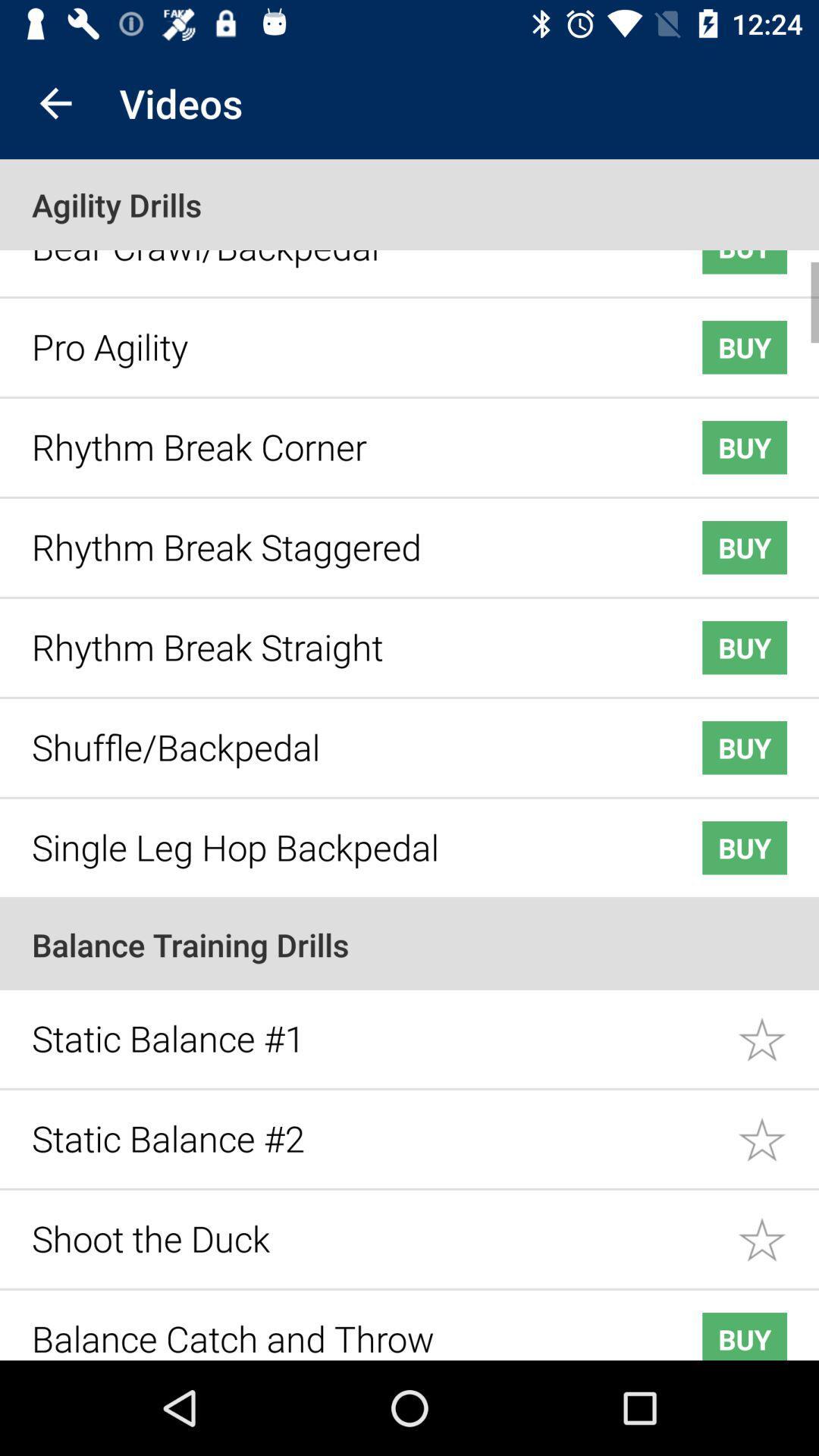  What do you see at coordinates (343, 835) in the screenshot?
I see `the single leg hop item` at bounding box center [343, 835].